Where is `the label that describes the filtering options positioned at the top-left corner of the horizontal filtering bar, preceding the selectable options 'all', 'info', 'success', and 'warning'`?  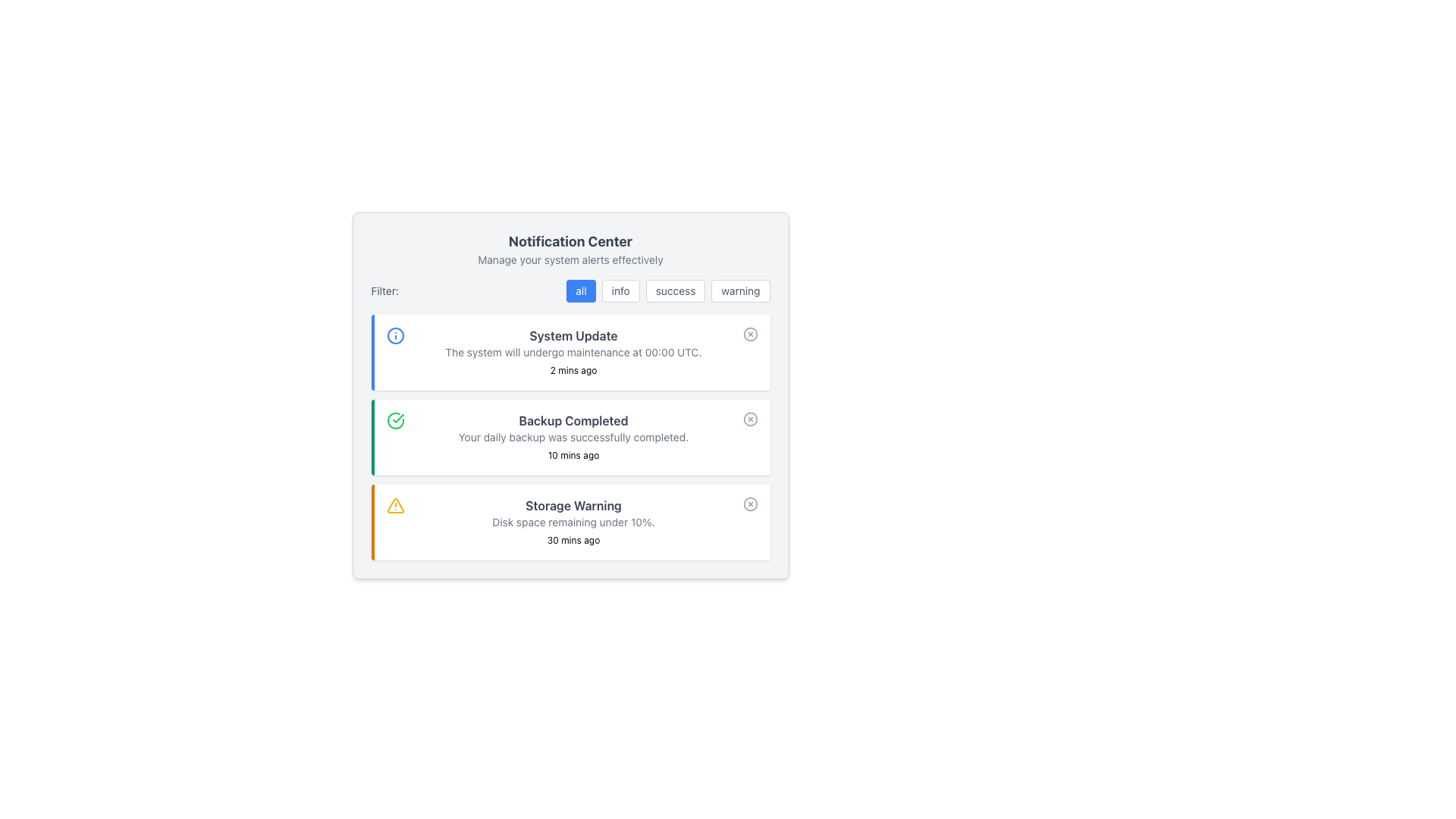
the label that describes the filtering options positioned at the top-left corner of the horizontal filtering bar, preceding the selectable options 'all', 'info', 'success', and 'warning' is located at coordinates (384, 291).